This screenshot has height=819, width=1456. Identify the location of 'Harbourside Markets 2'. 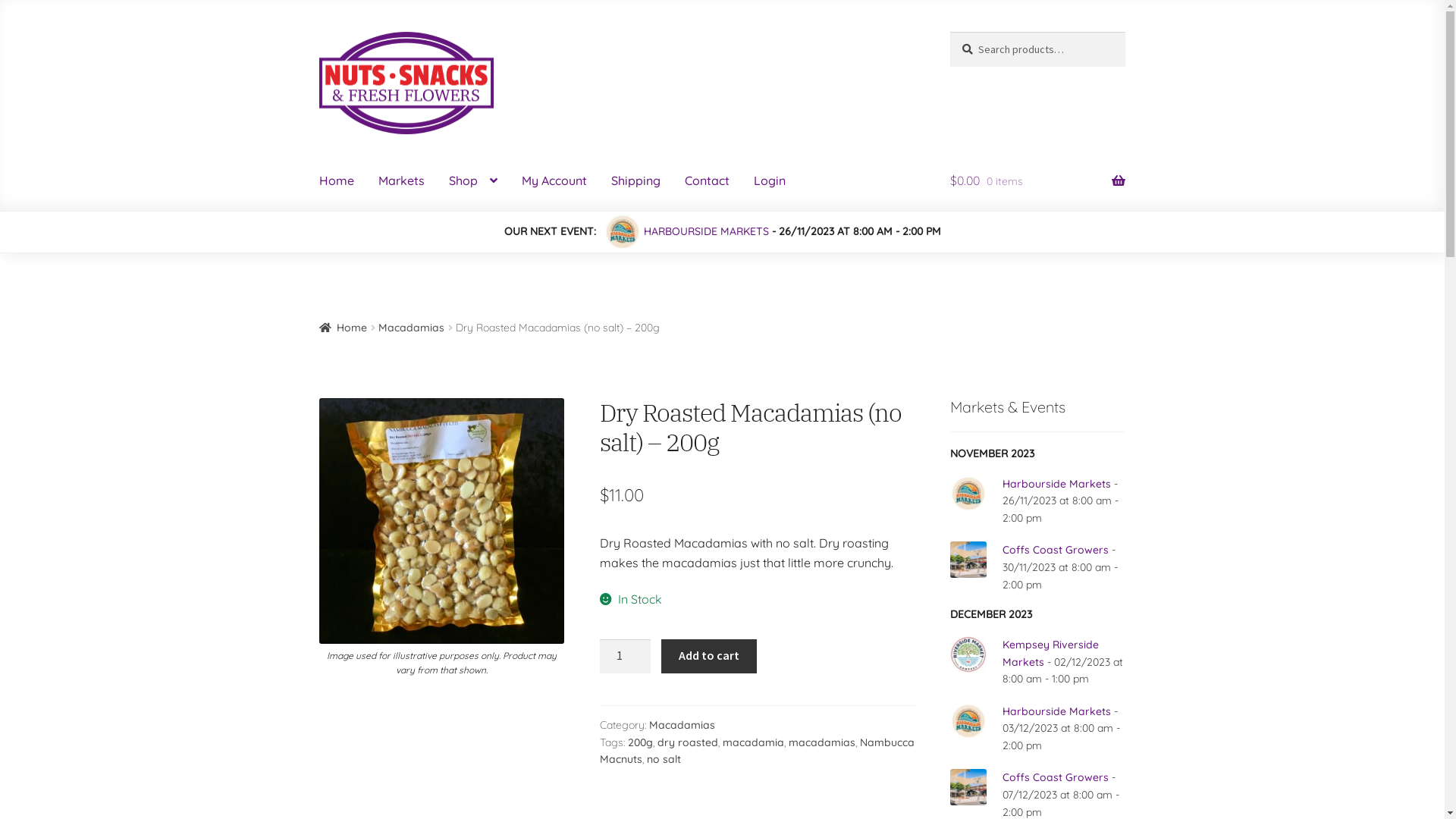
(949, 494).